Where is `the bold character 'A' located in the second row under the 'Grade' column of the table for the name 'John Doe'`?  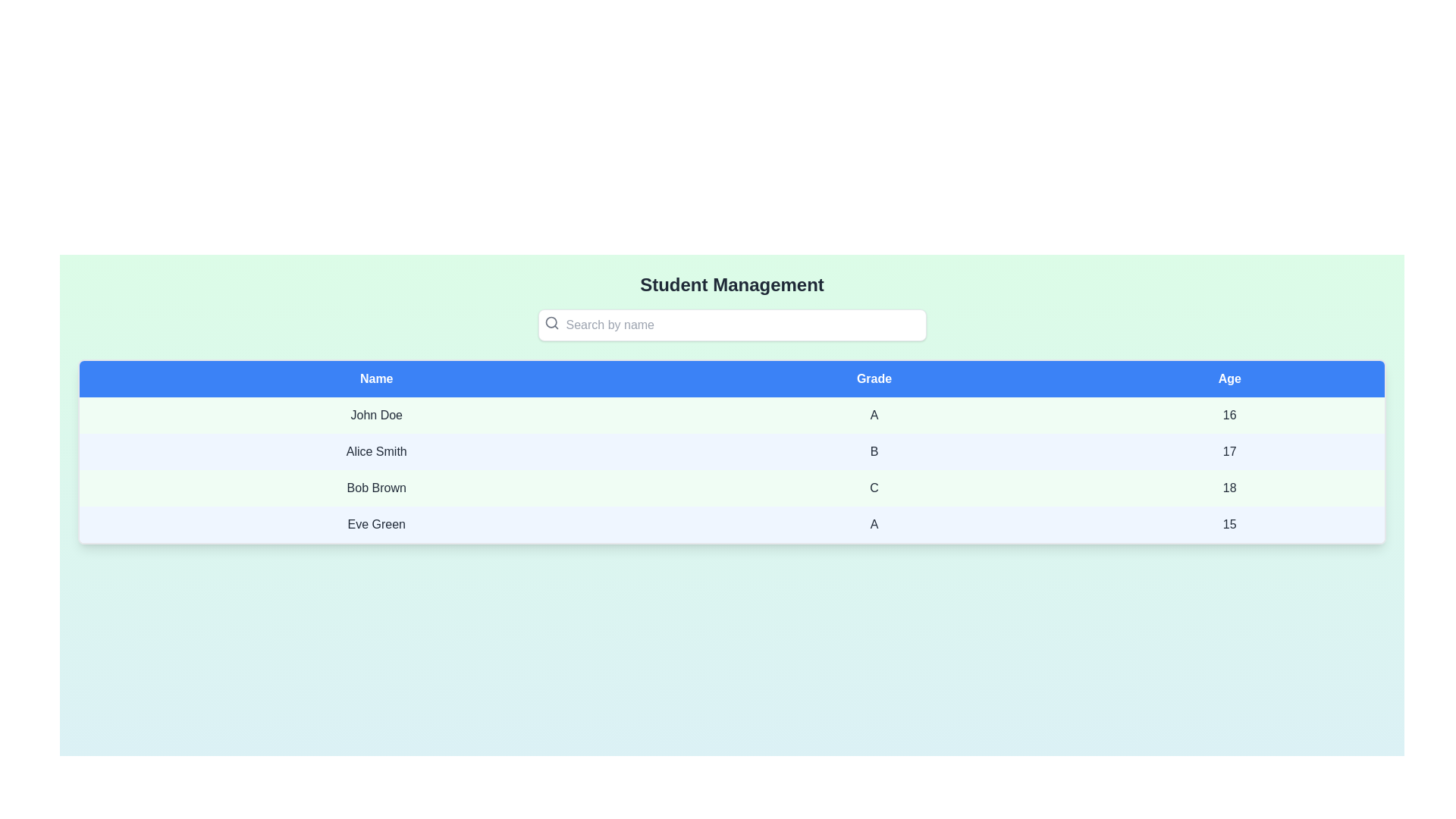
the bold character 'A' located in the second row under the 'Grade' column of the table for the name 'John Doe' is located at coordinates (874, 415).